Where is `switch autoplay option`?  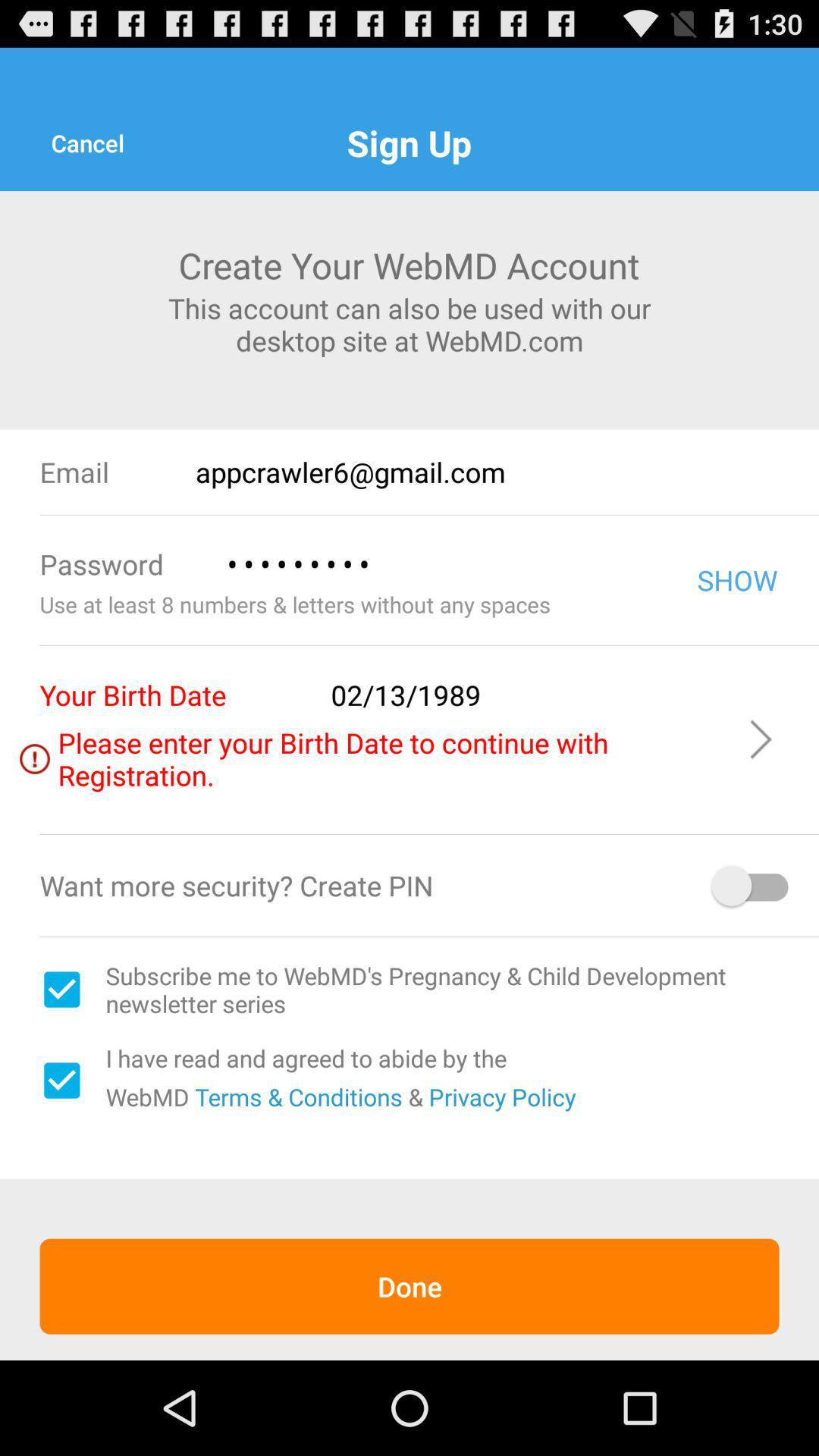
switch autoplay option is located at coordinates (752, 886).